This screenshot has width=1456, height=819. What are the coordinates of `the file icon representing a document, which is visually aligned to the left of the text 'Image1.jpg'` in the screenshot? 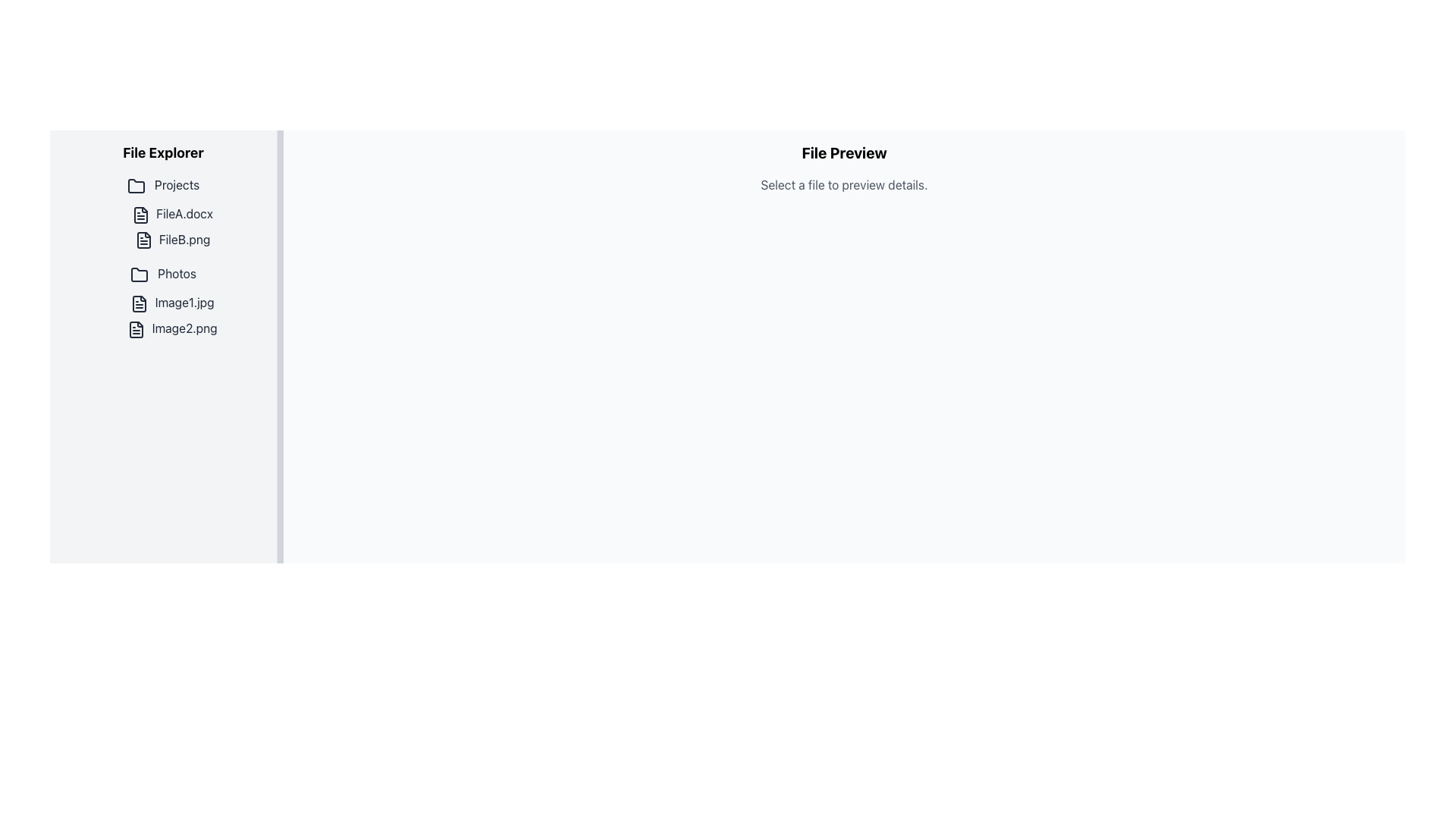 It's located at (140, 303).